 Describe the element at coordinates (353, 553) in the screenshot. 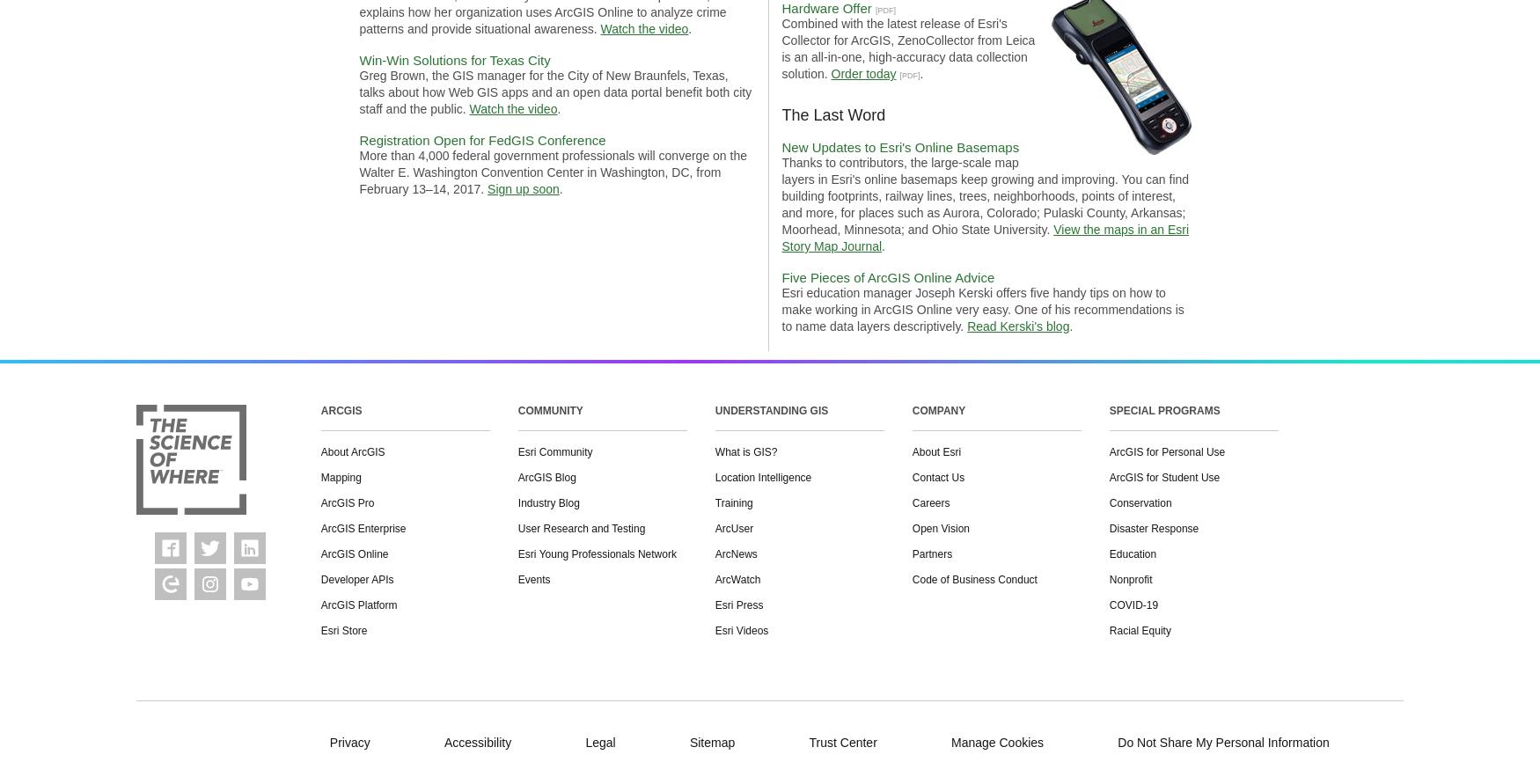

I see `'ArcGIS Online'` at that location.